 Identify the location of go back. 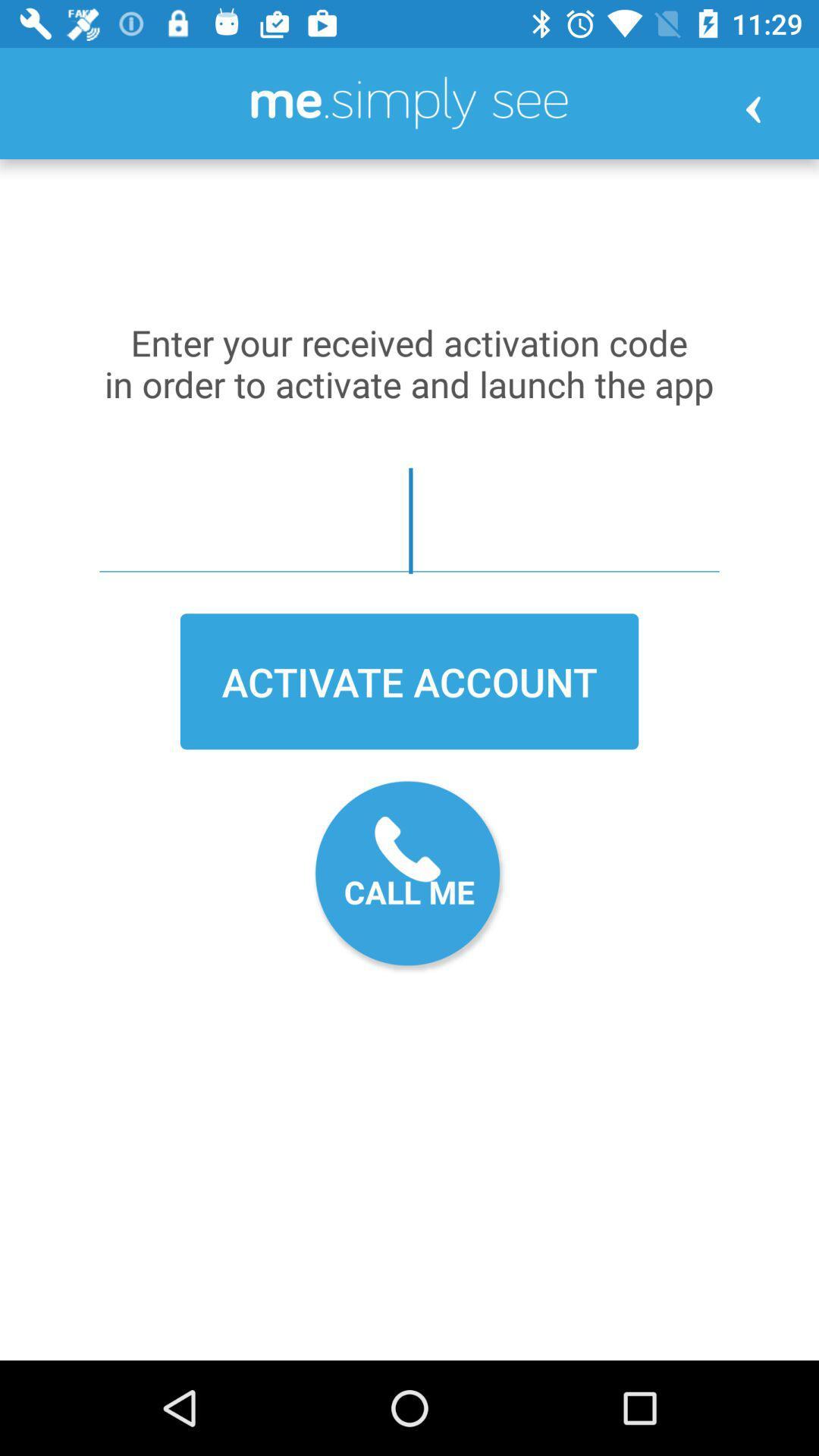
(753, 108).